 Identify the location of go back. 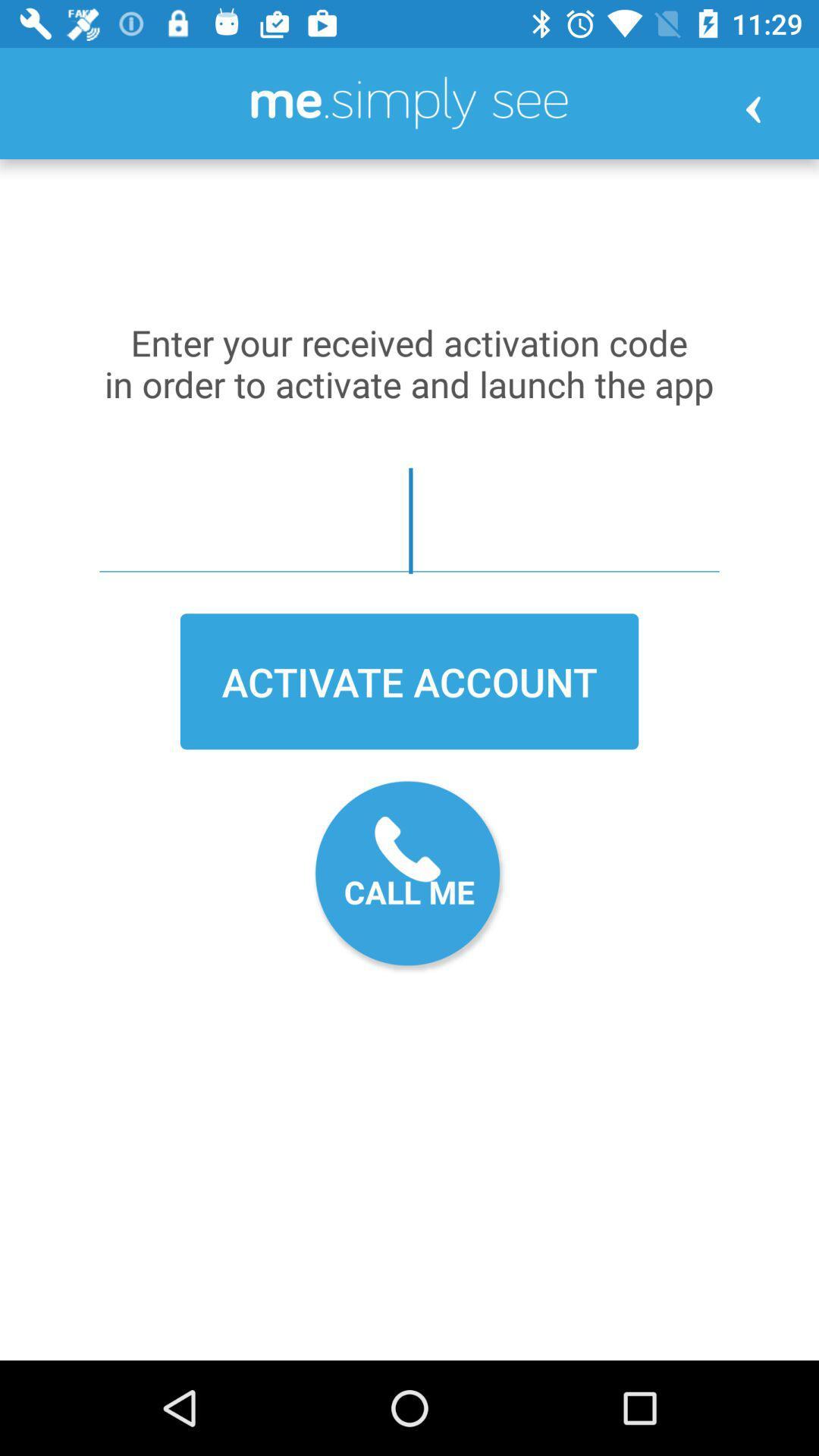
(753, 108).